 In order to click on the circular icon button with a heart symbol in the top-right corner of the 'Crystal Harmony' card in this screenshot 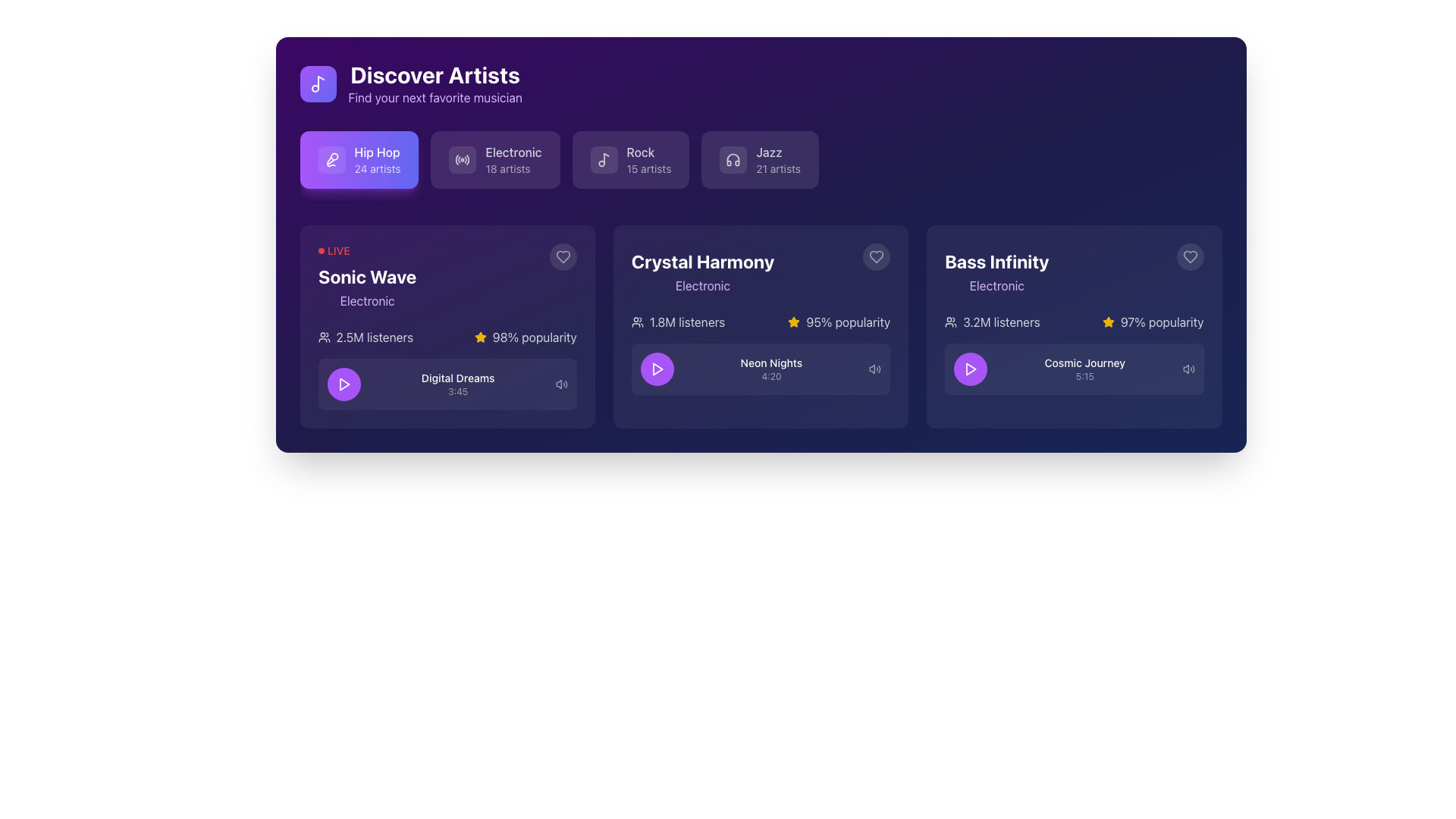, I will do `click(877, 256)`.